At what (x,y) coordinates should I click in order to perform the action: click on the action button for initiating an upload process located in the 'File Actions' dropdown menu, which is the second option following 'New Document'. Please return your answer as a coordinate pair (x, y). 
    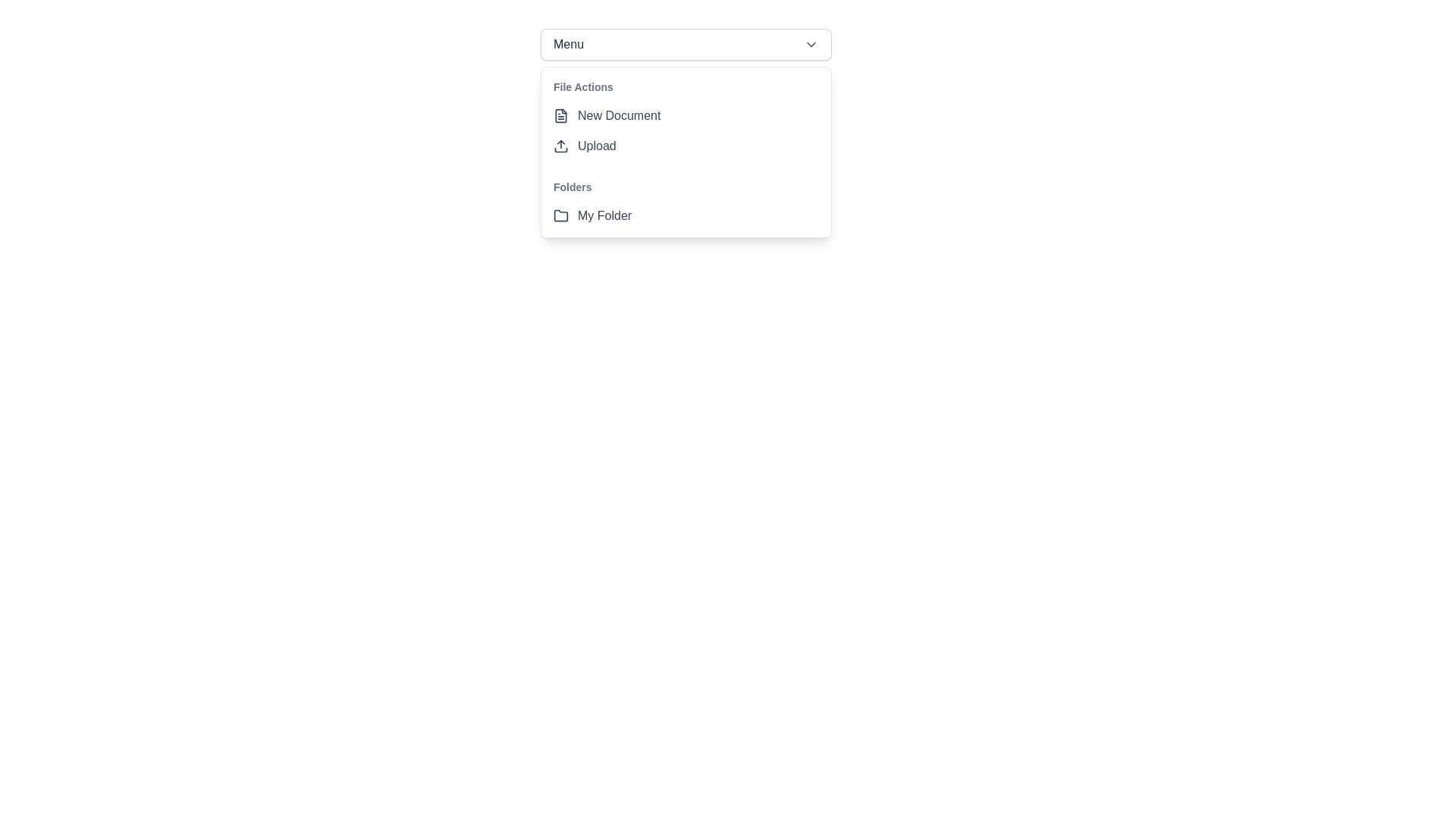
    Looking at the image, I should click on (686, 146).